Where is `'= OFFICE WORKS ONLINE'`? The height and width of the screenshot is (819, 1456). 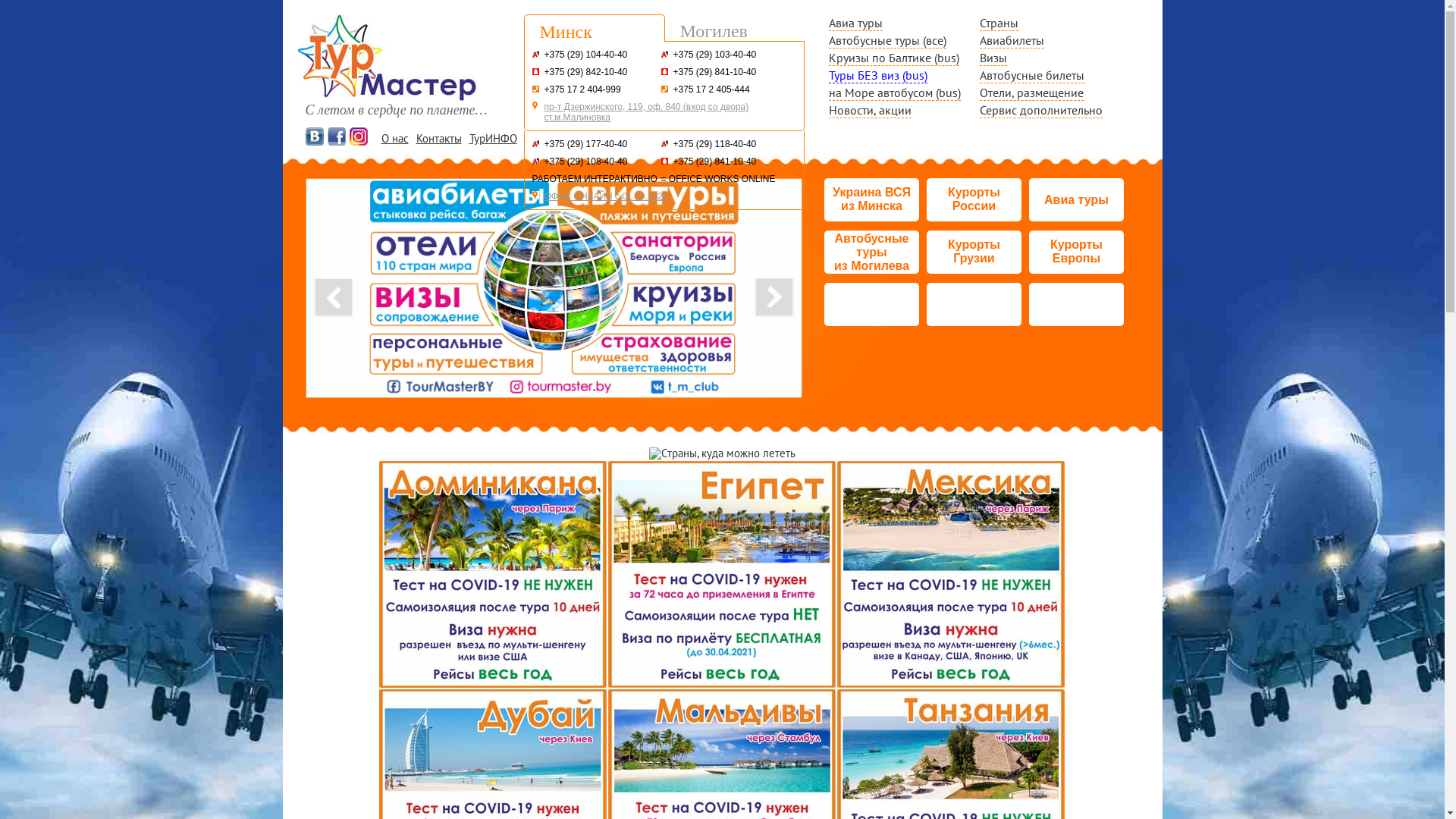 '= OFFICE WORKS ONLINE' is located at coordinates (661, 177).